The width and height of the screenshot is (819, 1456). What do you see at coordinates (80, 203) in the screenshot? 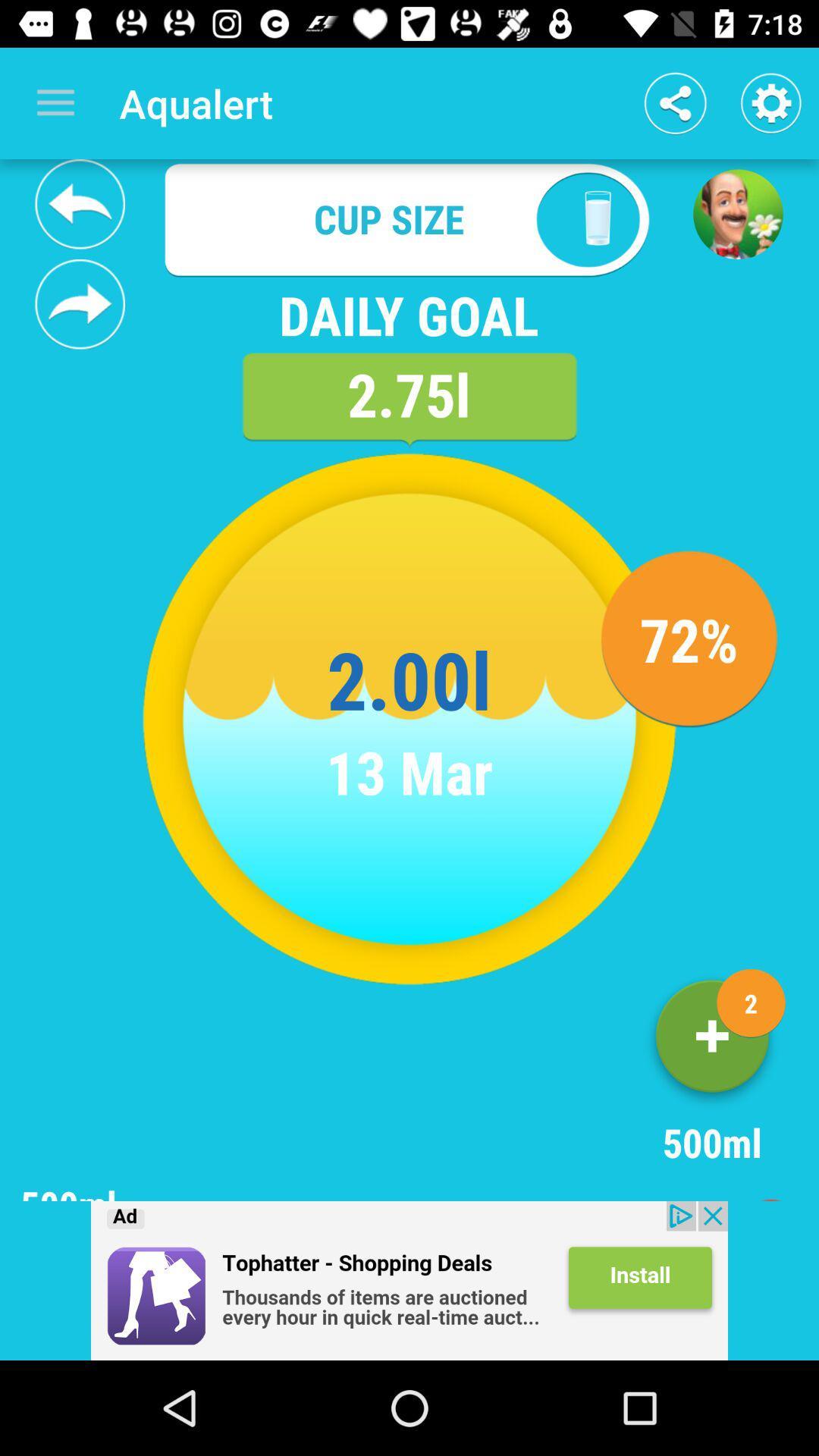
I see `back button` at bounding box center [80, 203].